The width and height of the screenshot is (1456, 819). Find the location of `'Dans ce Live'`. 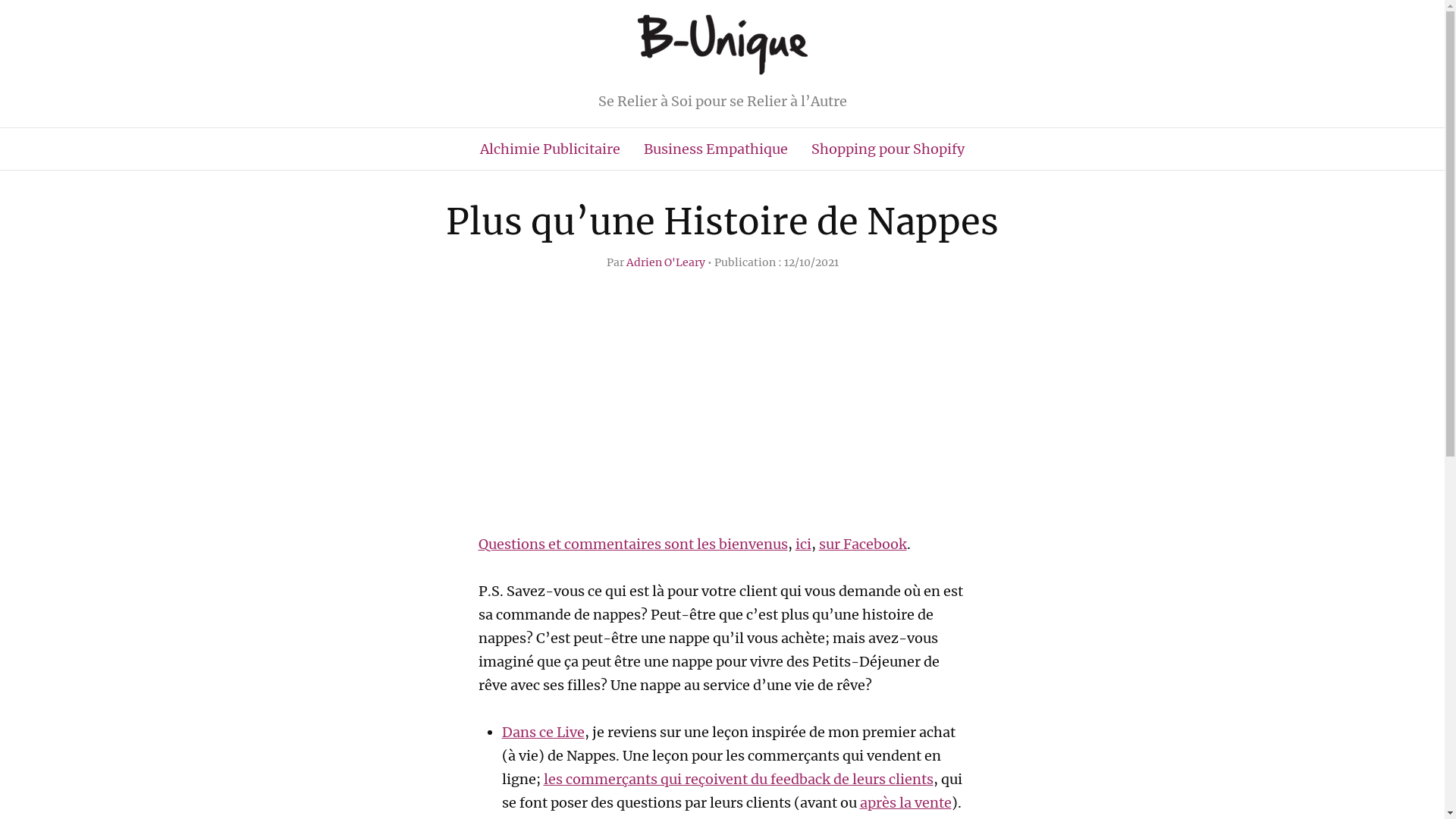

'Dans ce Live' is located at coordinates (543, 731).